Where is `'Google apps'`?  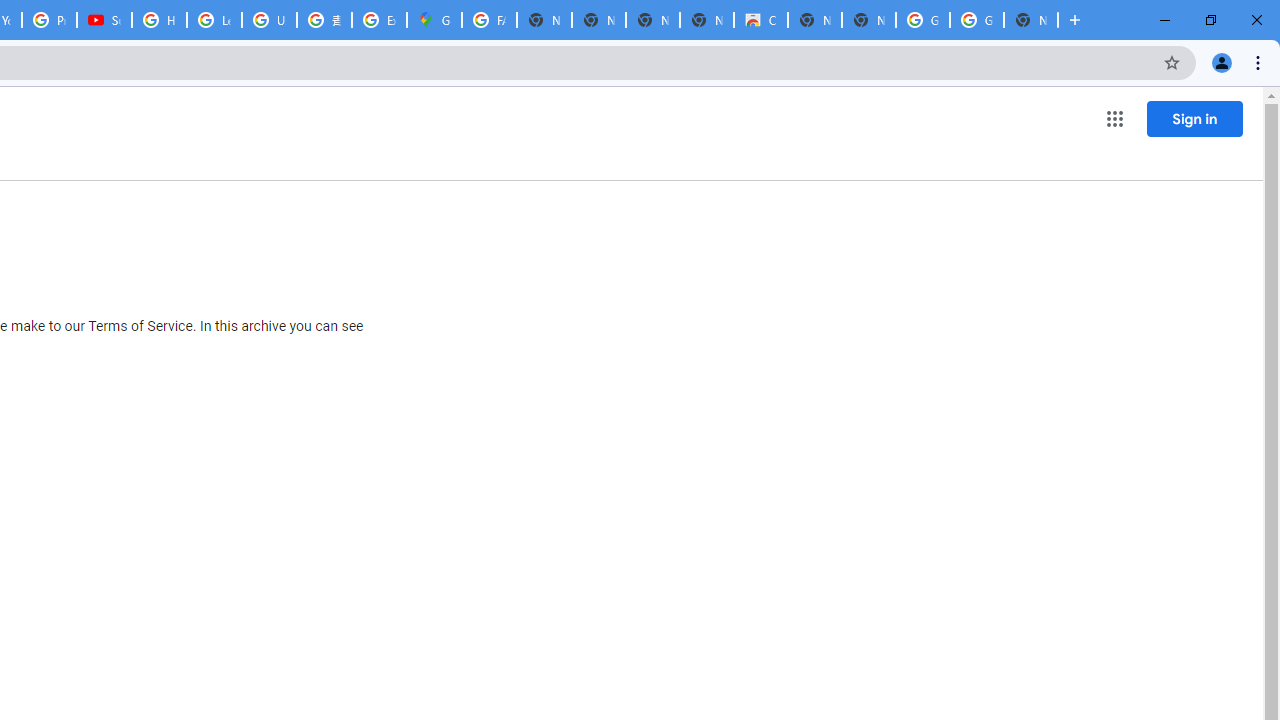 'Google apps' is located at coordinates (1113, 119).